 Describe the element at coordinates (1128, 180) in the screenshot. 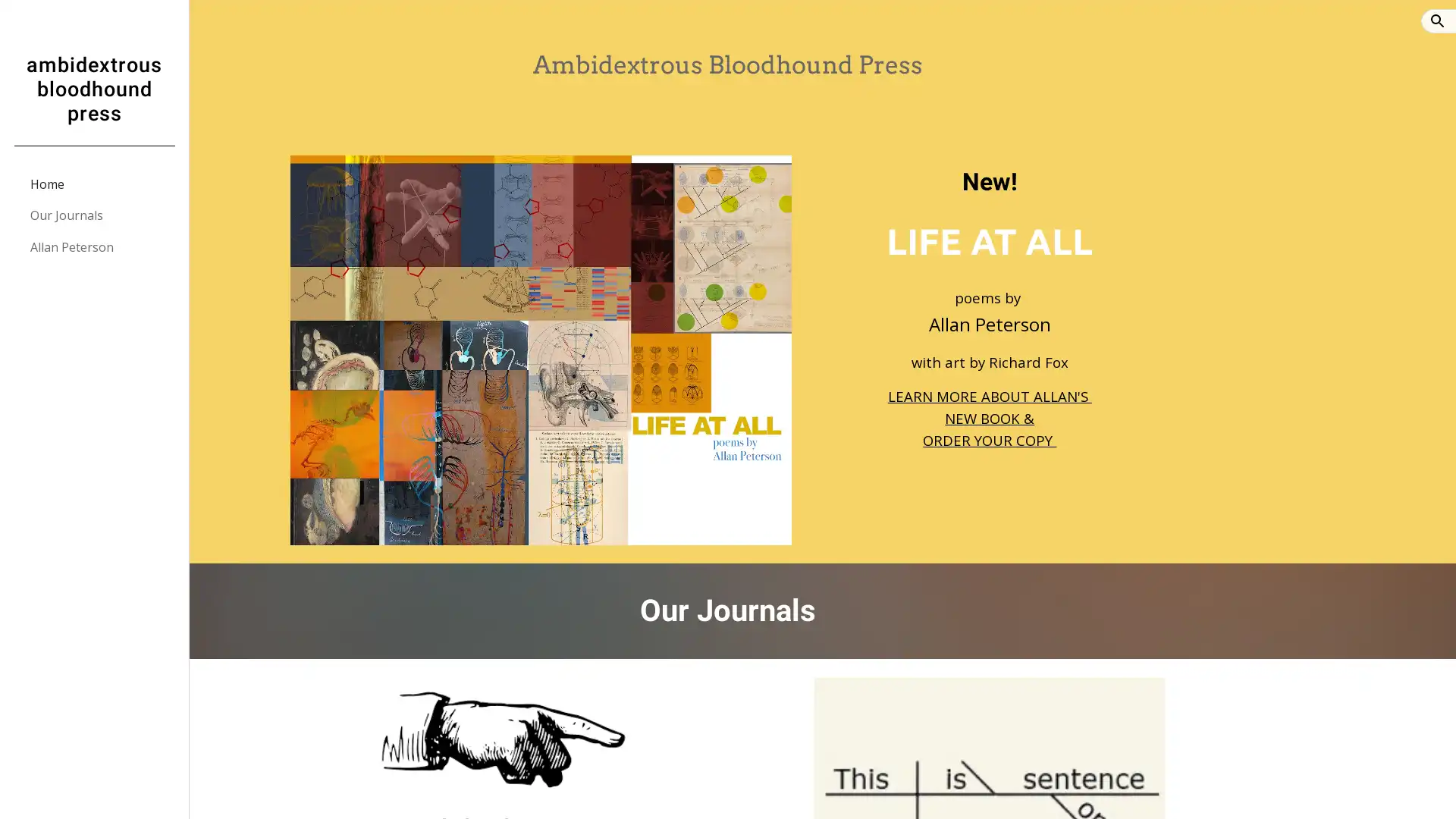

I see `Copy heading link` at that location.